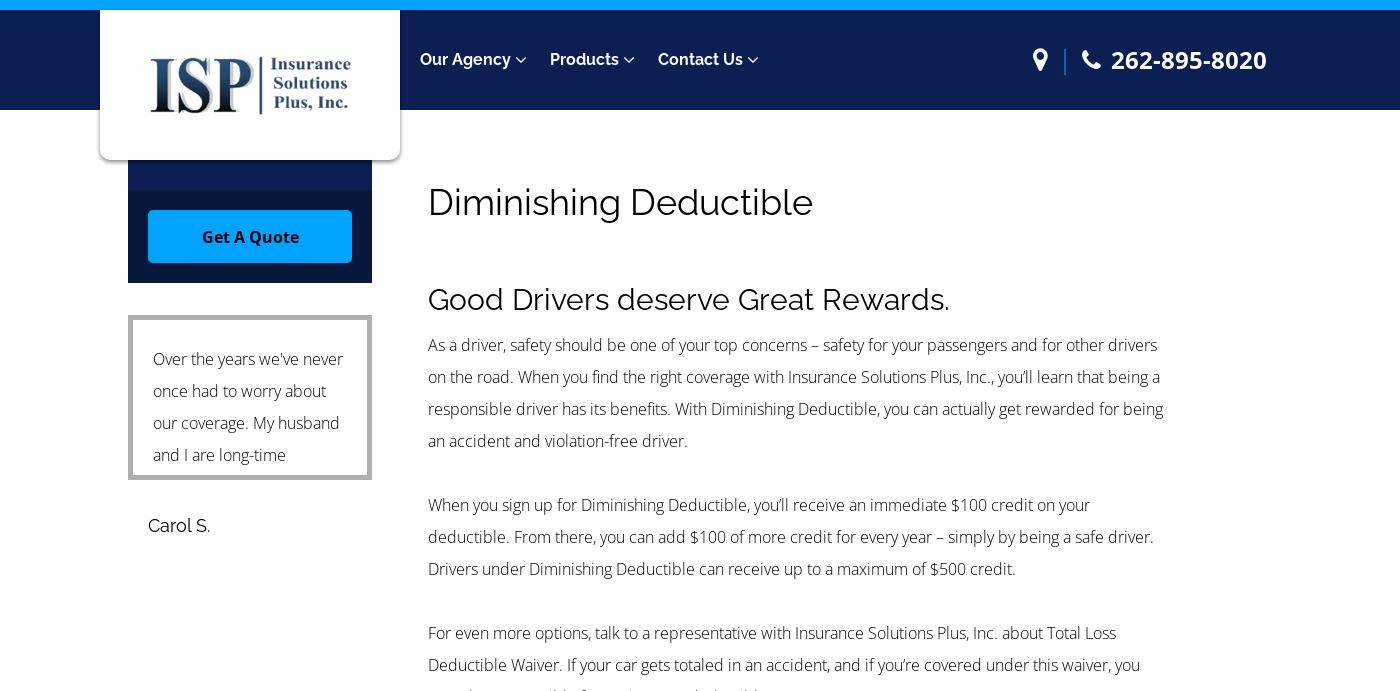  What do you see at coordinates (247, 437) in the screenshot?
I see `'Over the years we've never once had to worry about our coverage. My husband and I are long-time customers and proud to be.'` at bounding box center [247, 437].